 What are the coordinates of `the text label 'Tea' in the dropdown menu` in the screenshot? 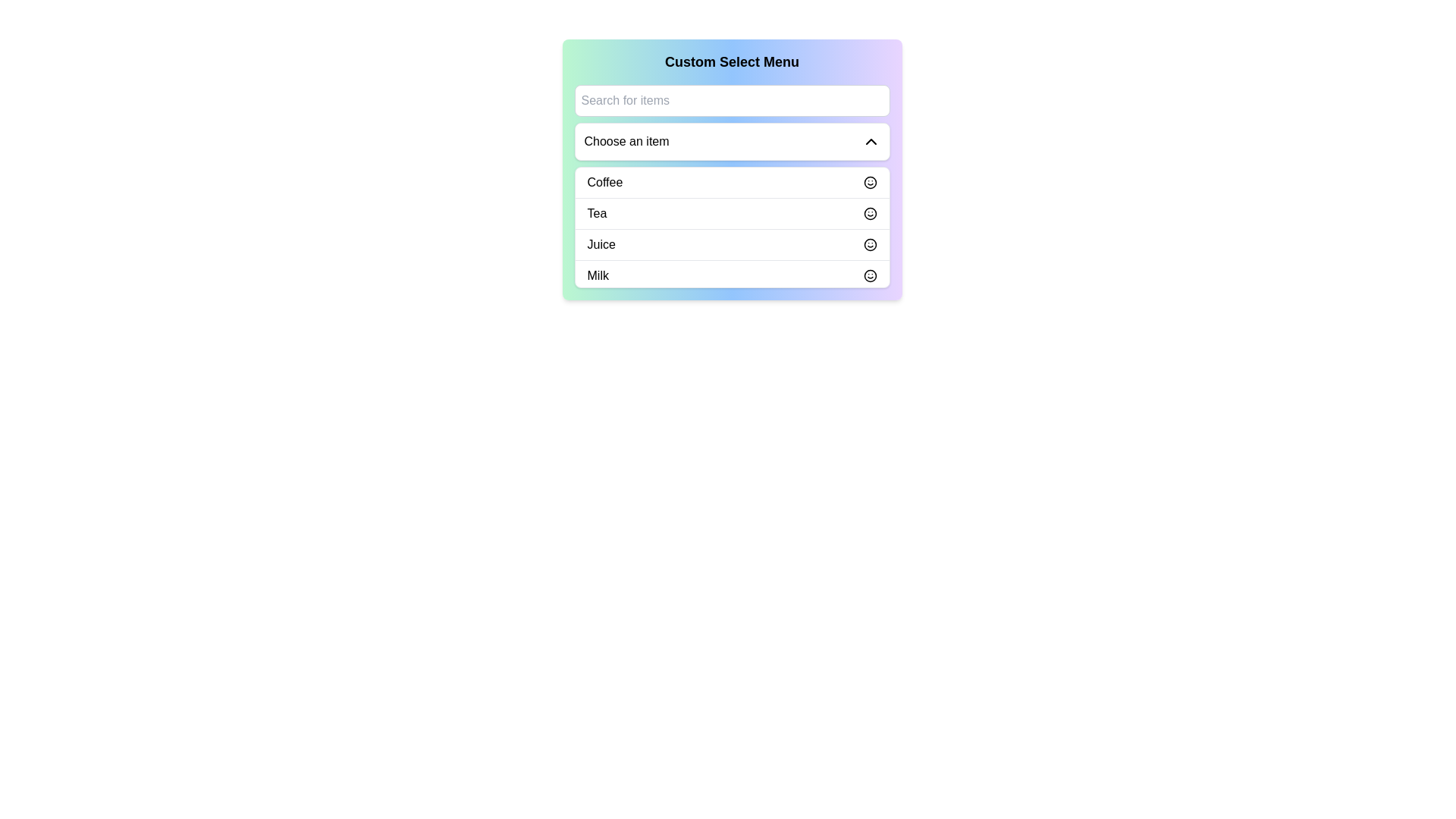 It's located at (596, 213).